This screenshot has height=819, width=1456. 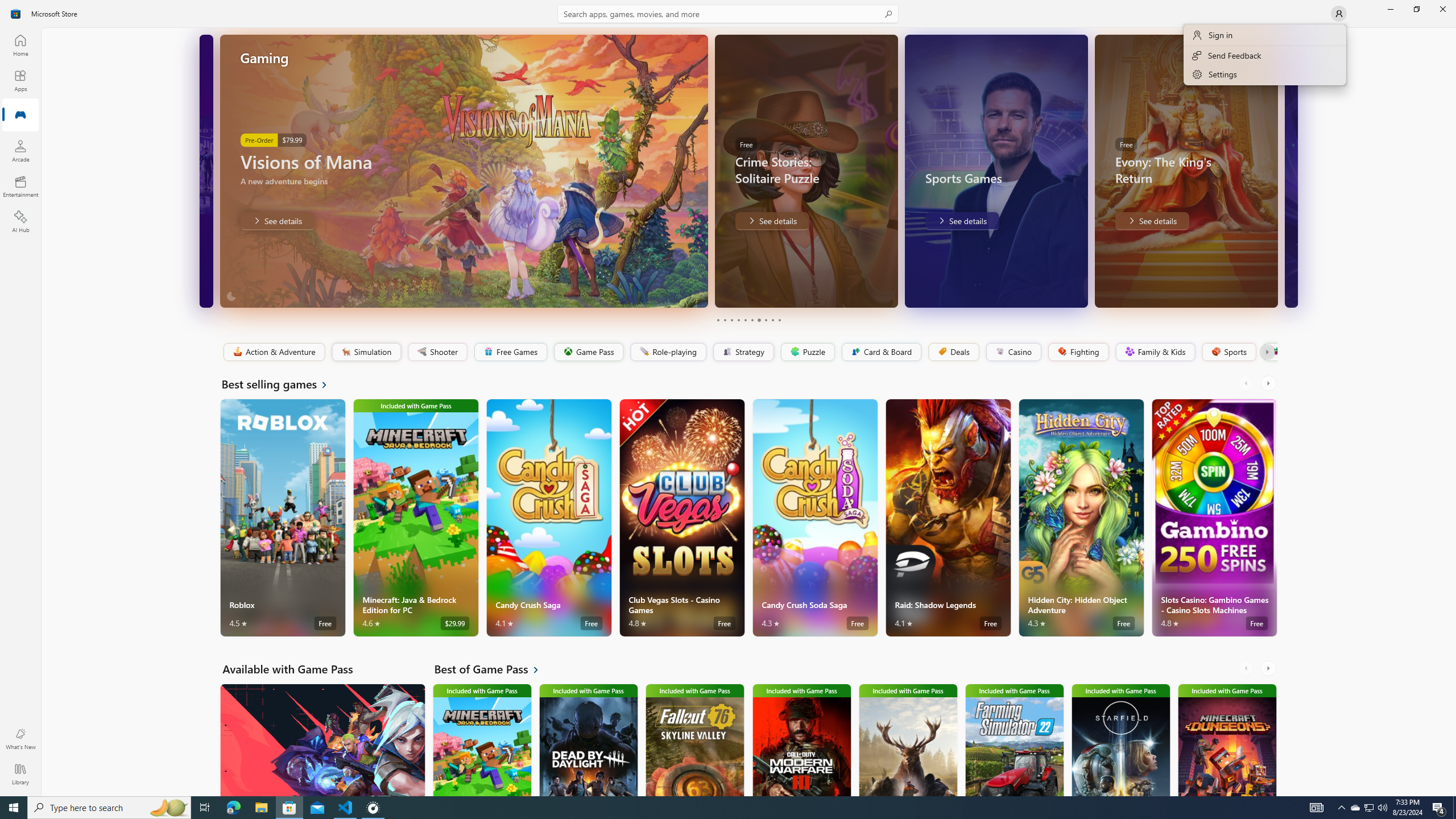 What do you see at coordinates (728, 13) in the screenshot?
I see `'Search'` at bounding box center [728, 13].